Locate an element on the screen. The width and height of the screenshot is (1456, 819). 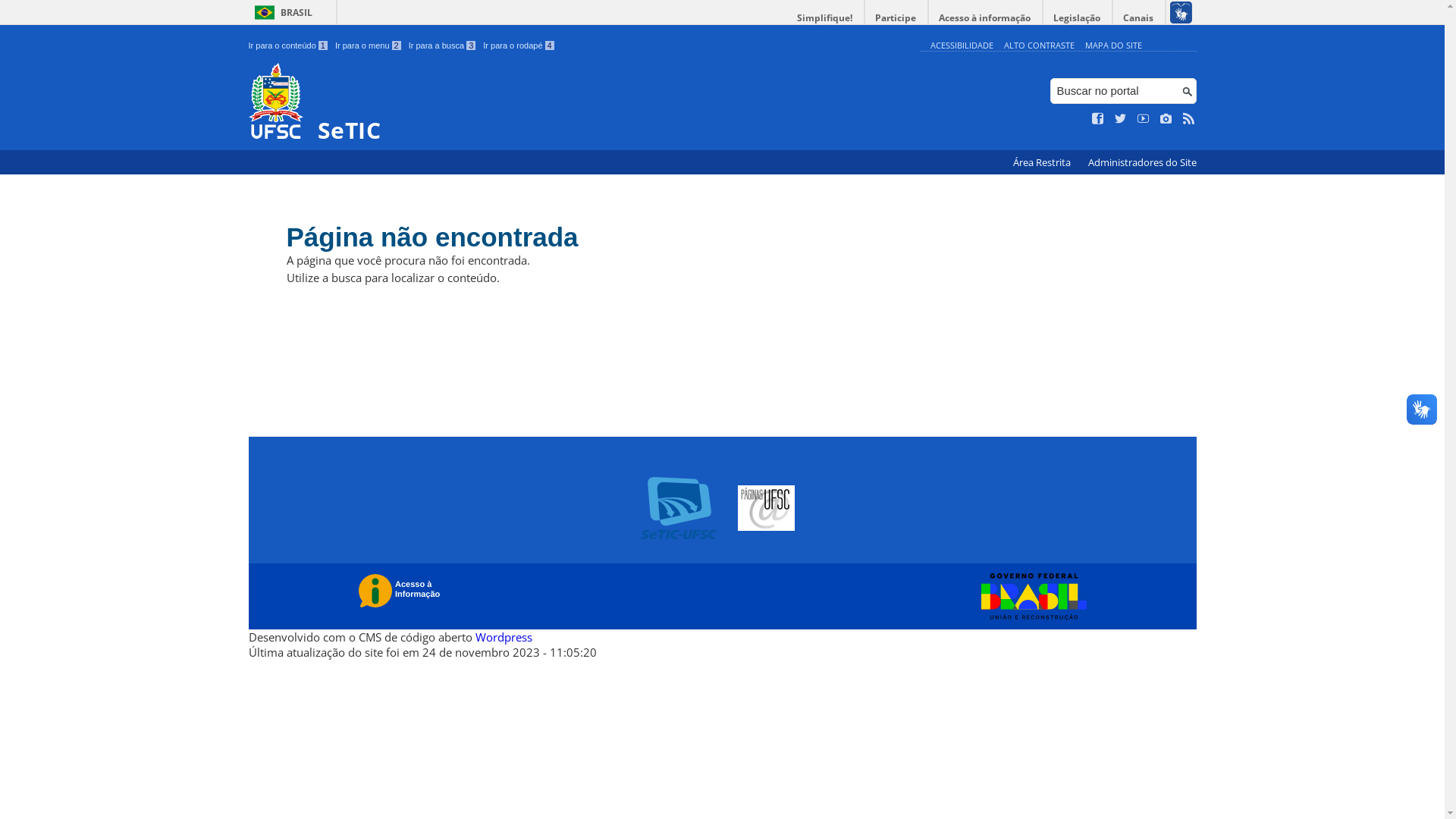
'Ir para o menu 2' is located at coordinates (368, 45).